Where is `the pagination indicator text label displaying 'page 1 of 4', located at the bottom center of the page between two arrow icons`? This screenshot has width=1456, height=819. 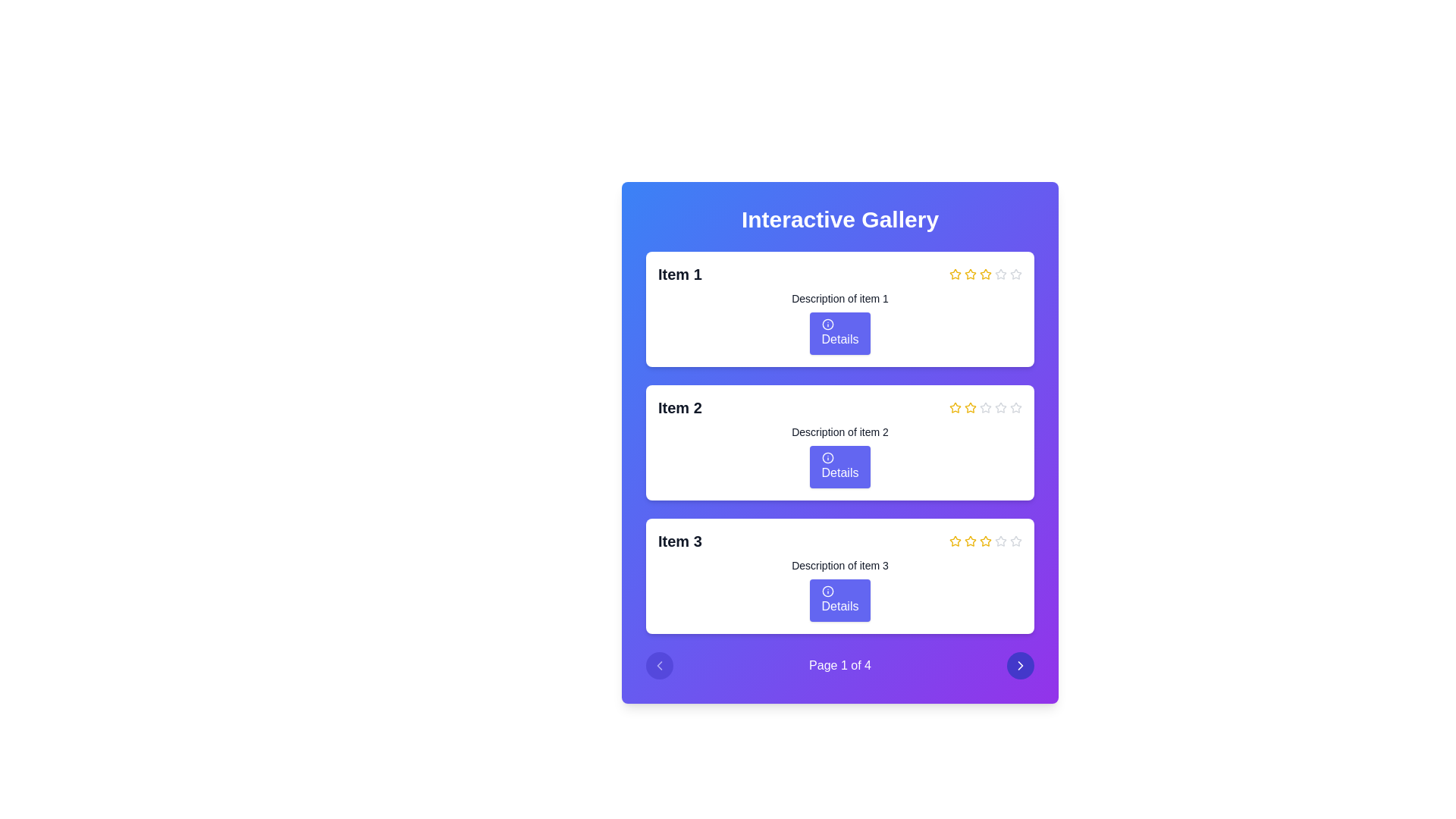 the pagination indicator text label displaying 'page 1 of 4', located at the bottom center of the page between two arrow icons is located at coordinates (839, 665).